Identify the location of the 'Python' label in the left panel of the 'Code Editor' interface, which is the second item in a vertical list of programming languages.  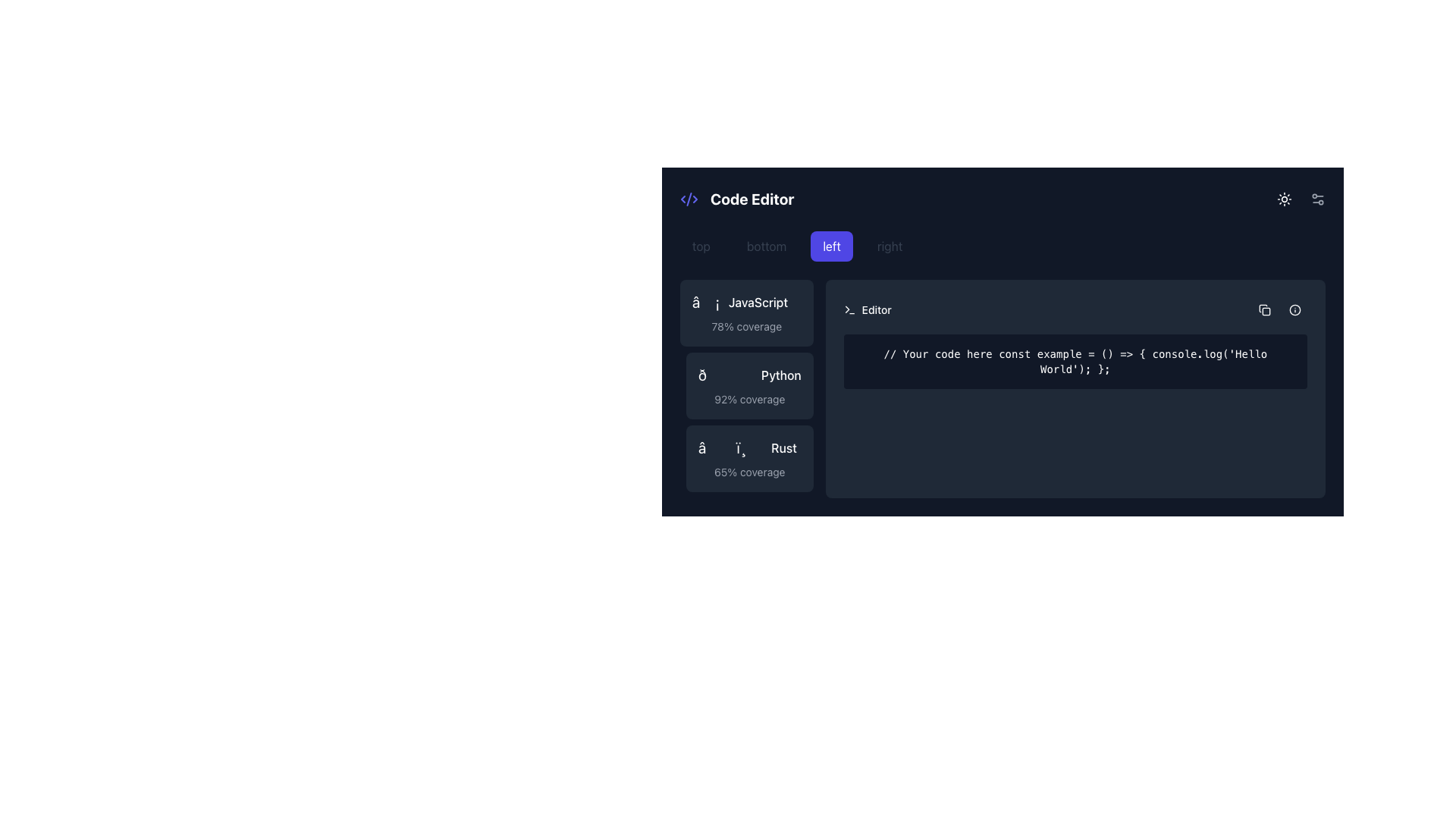
(781, 375).